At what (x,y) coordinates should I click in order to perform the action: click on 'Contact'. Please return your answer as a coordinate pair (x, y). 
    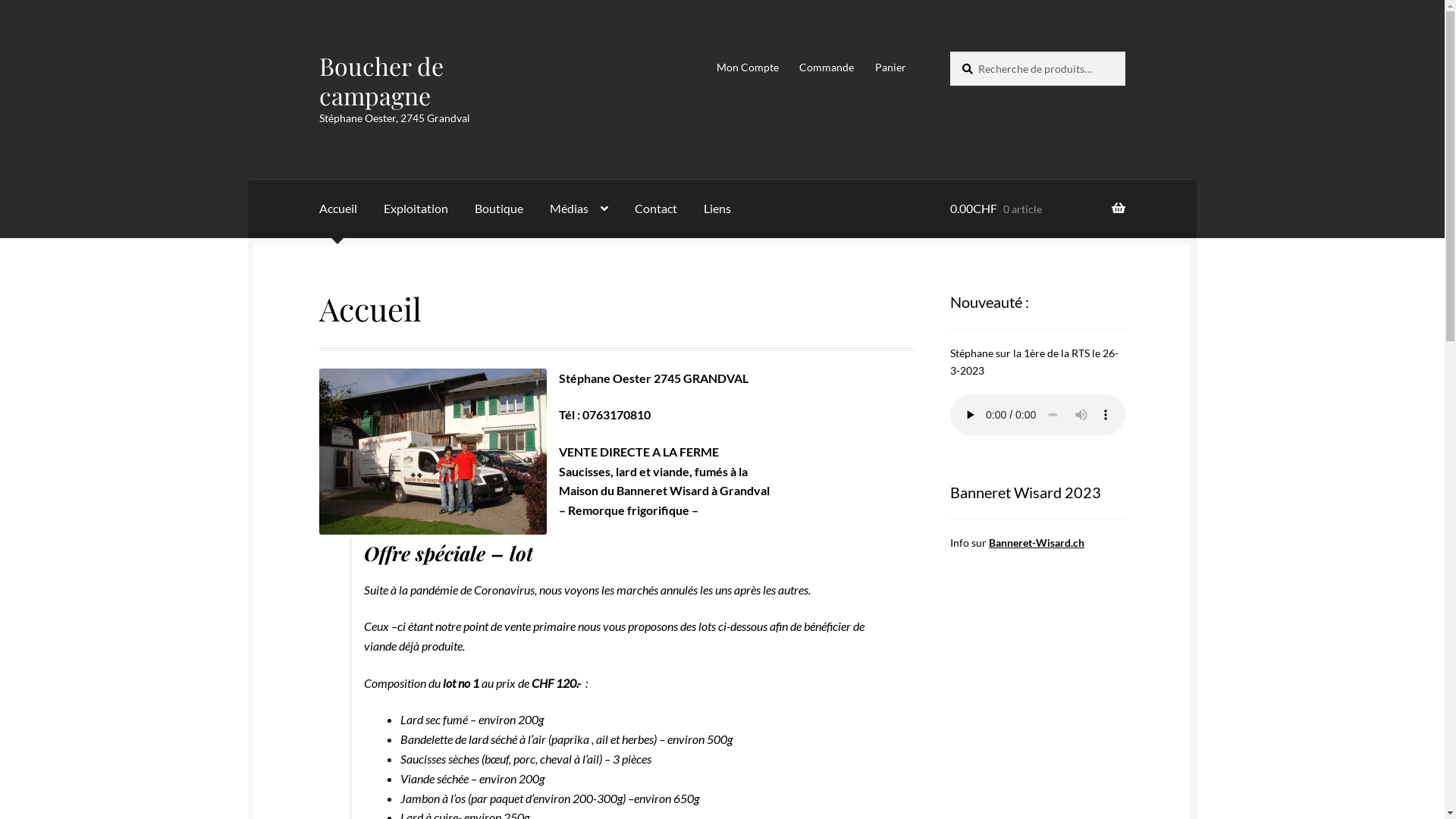
    Looking at the image, I should click on (655, 208).